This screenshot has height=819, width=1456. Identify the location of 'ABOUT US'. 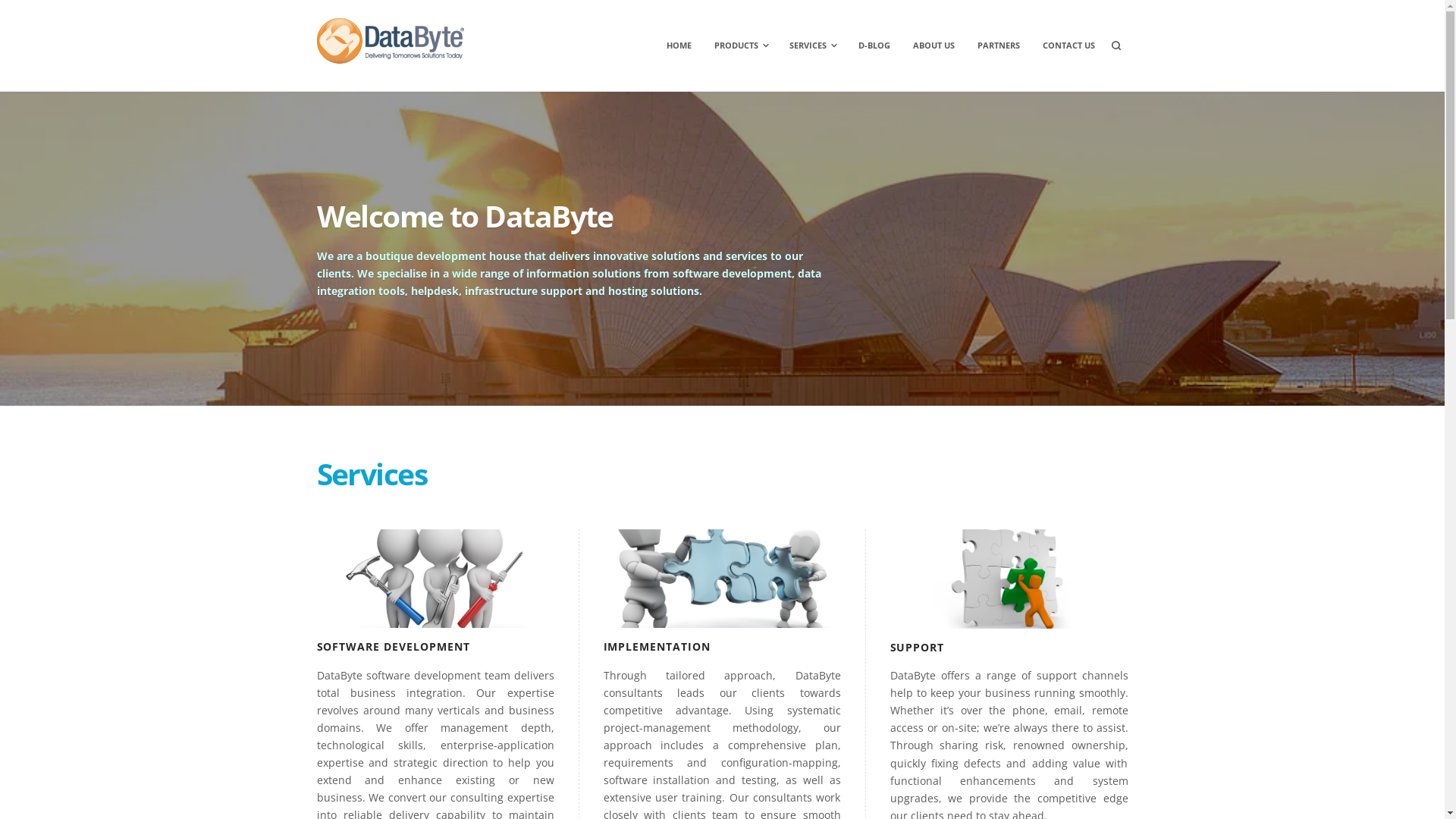
(933, 45).